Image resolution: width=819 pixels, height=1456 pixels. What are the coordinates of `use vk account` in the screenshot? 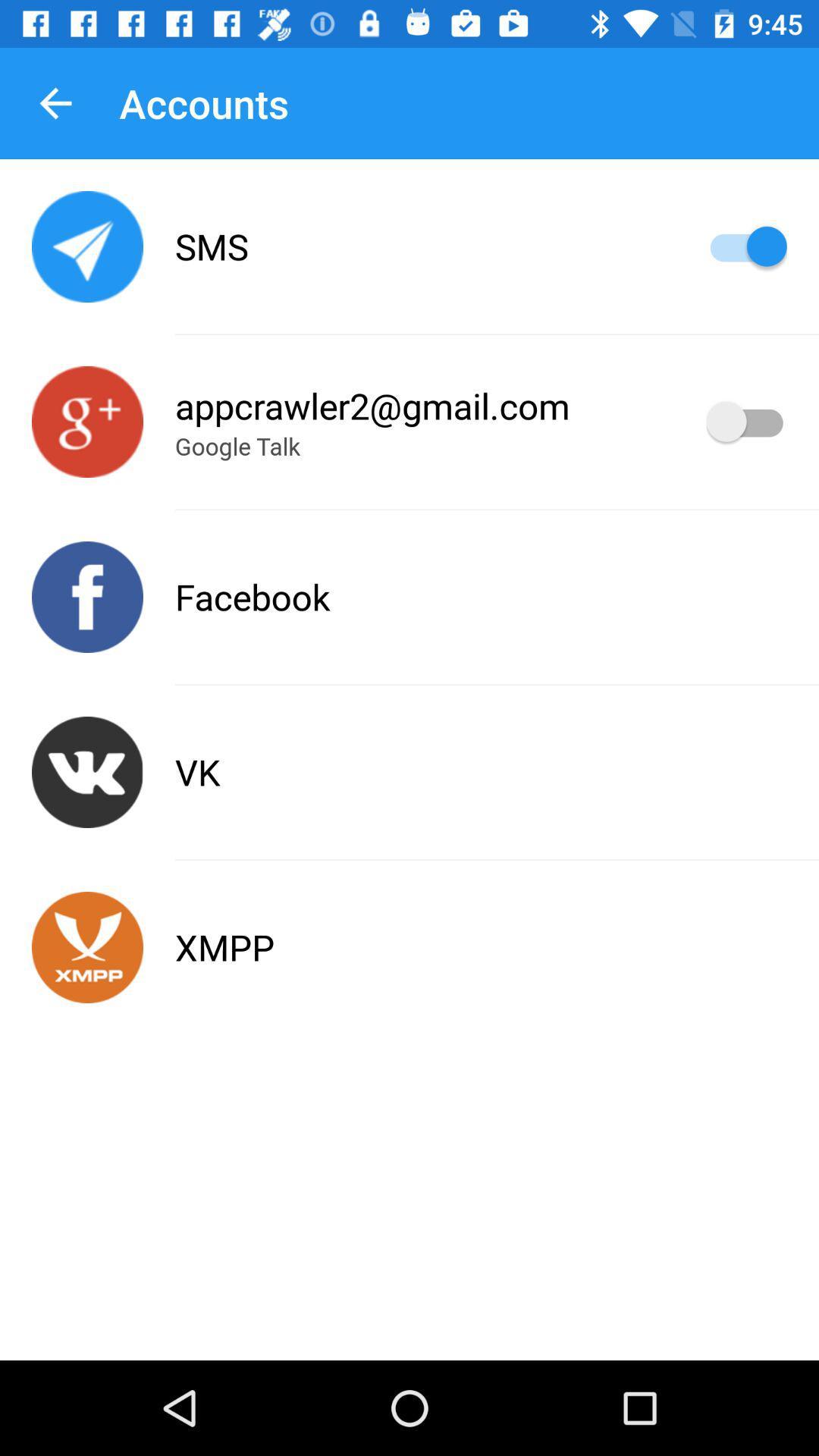 It's located at (87, 772).